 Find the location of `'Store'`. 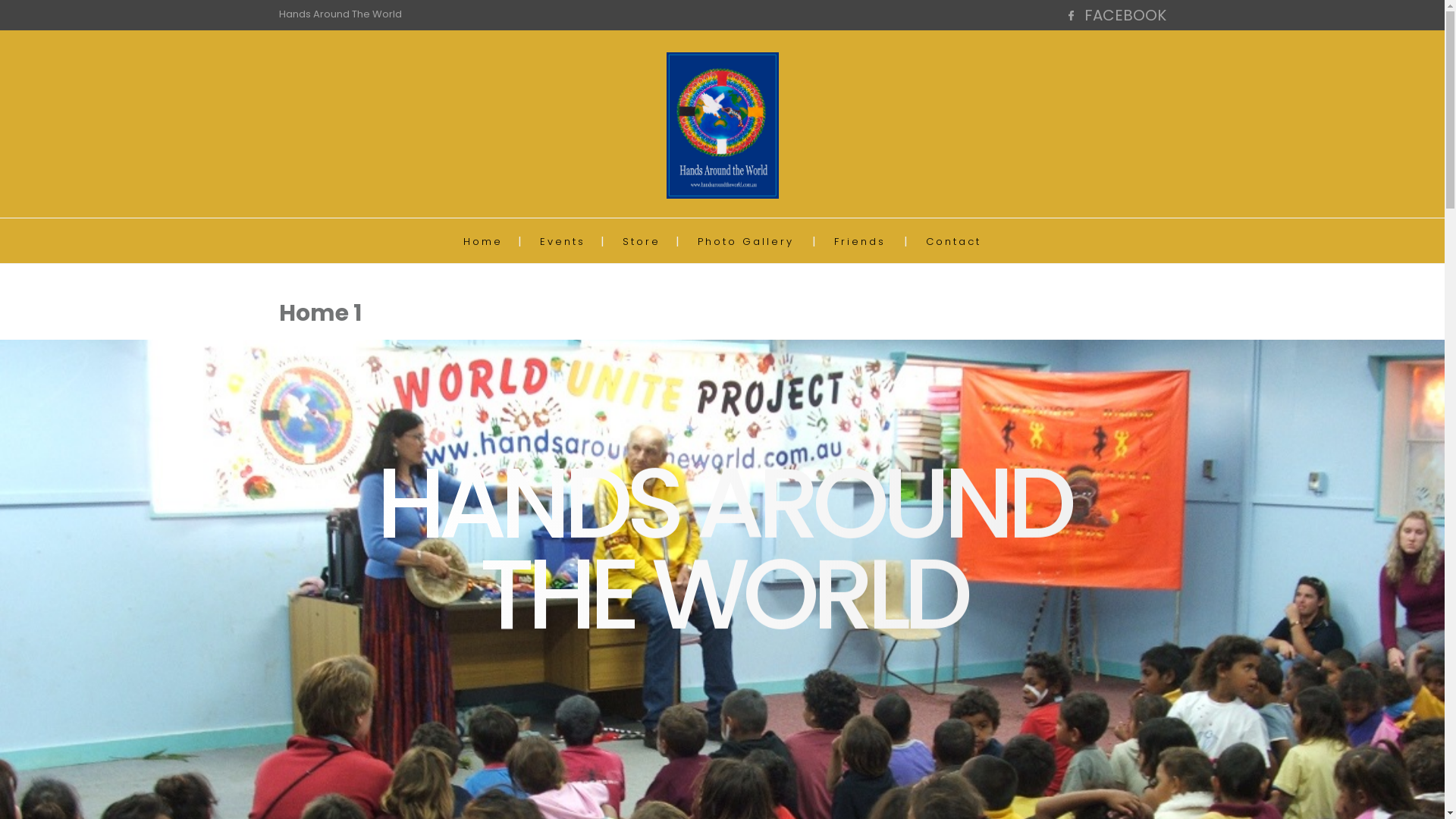

'Store' is located at coordinates (622, 240).